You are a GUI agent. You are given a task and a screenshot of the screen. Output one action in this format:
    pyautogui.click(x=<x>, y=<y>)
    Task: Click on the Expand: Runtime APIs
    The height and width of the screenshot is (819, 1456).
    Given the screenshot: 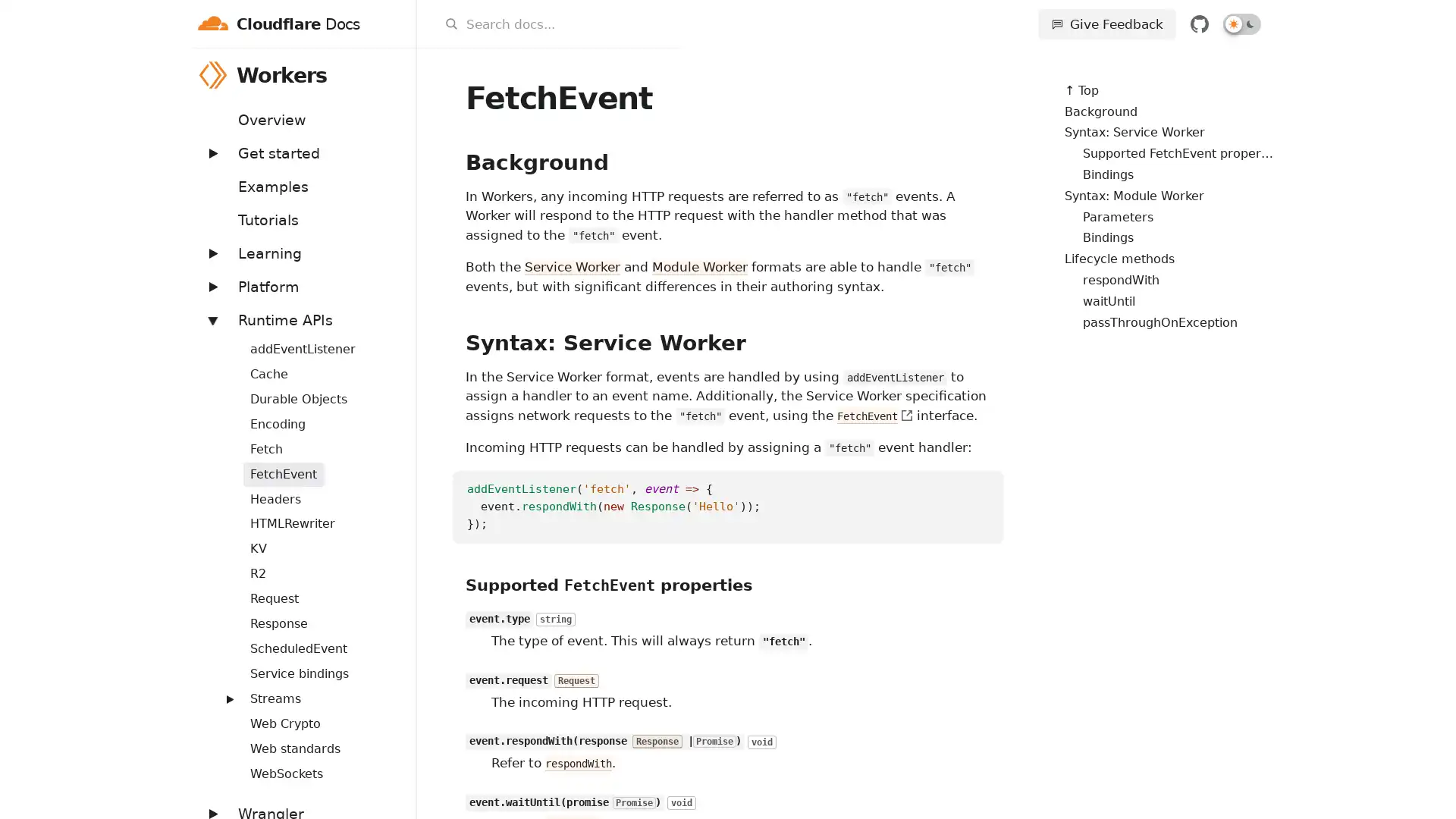 What is the action you would take?
    pyautogui.click(x=211, y=318)
    